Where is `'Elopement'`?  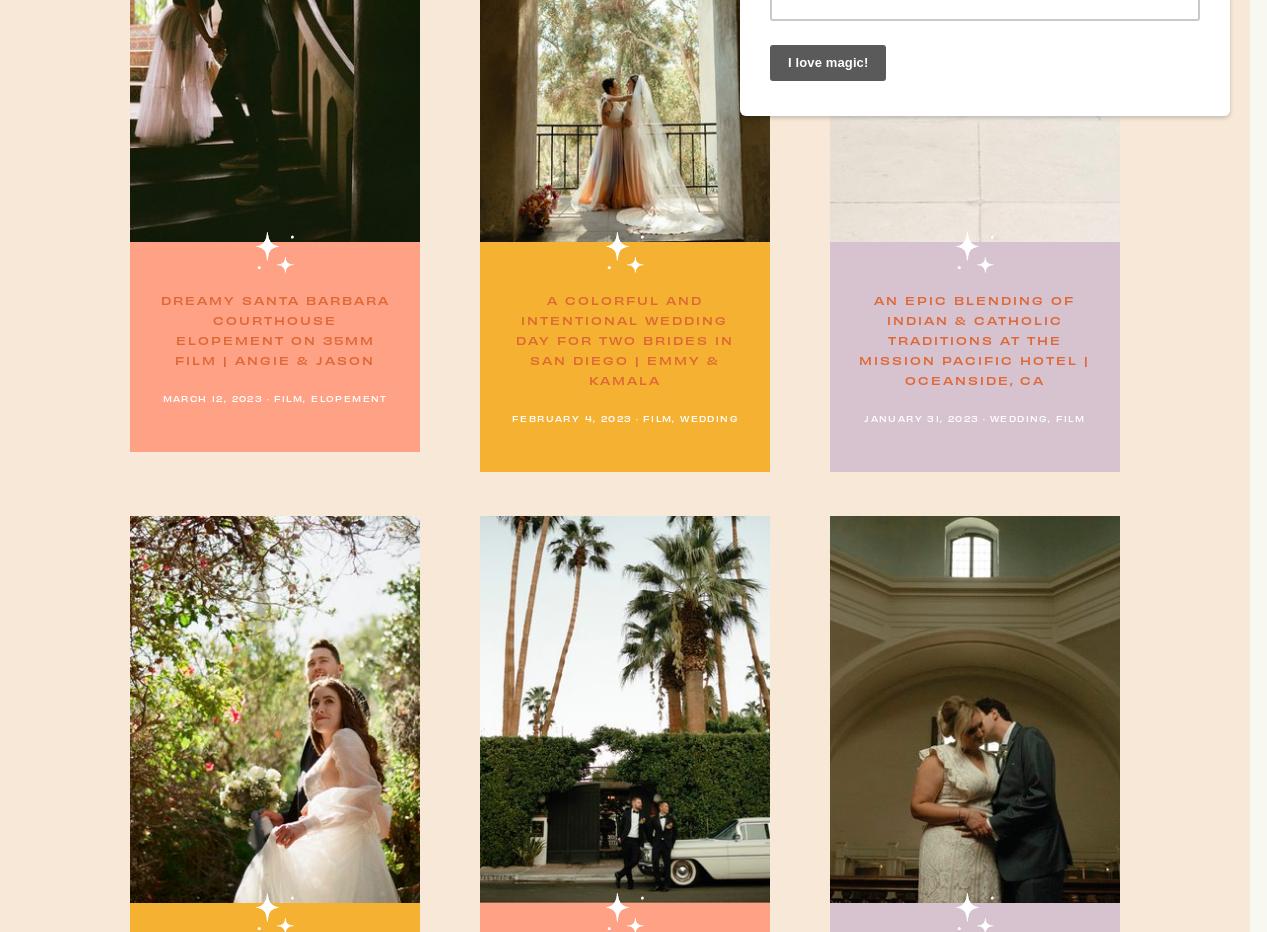 'Elopement' is located at coordinates (349, 396).